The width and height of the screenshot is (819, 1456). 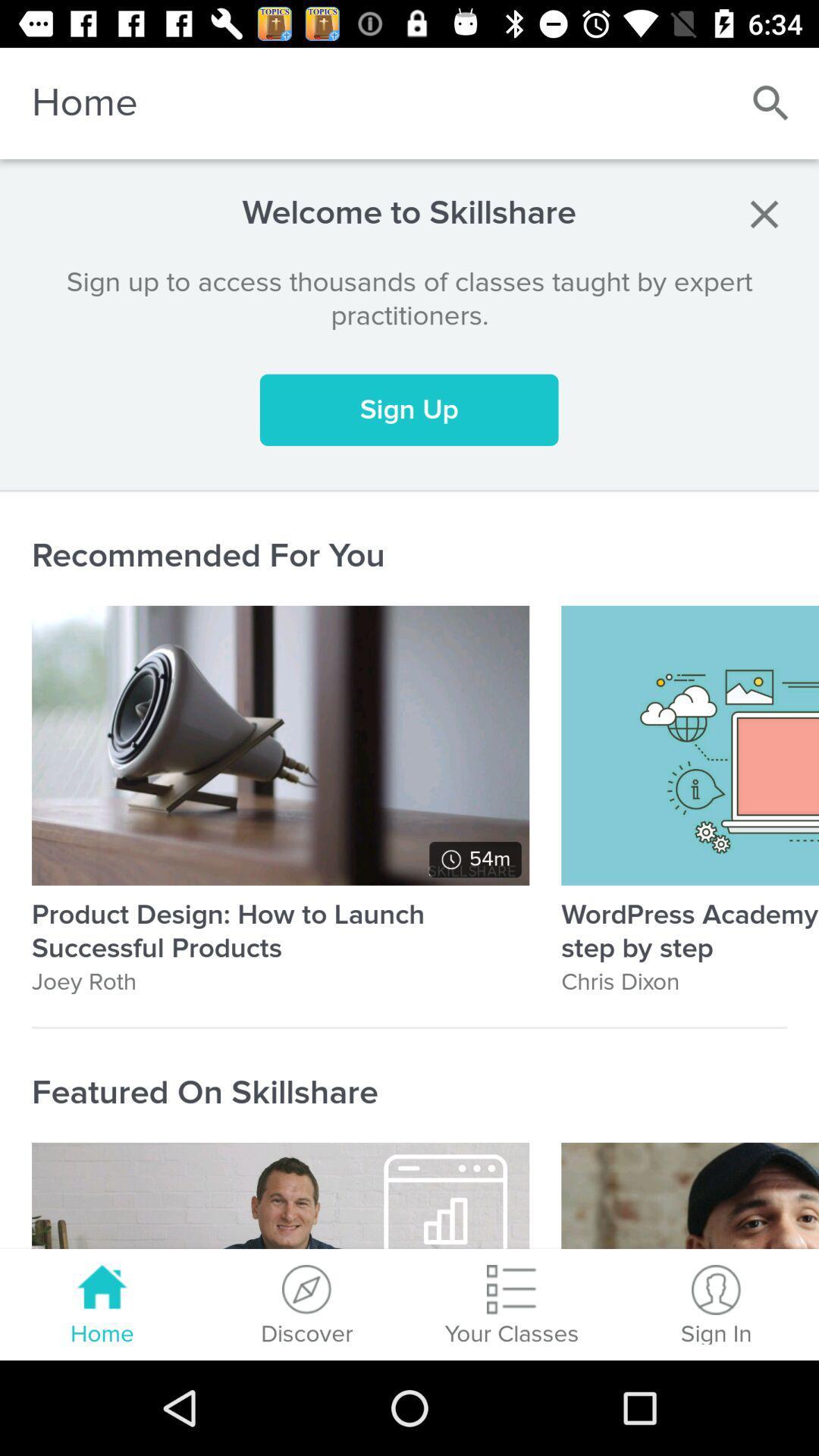 What do you see at coordinates (764, 213) in the screenshot?
I see `the item above sign up to icon` at bounding box center [764, 213].